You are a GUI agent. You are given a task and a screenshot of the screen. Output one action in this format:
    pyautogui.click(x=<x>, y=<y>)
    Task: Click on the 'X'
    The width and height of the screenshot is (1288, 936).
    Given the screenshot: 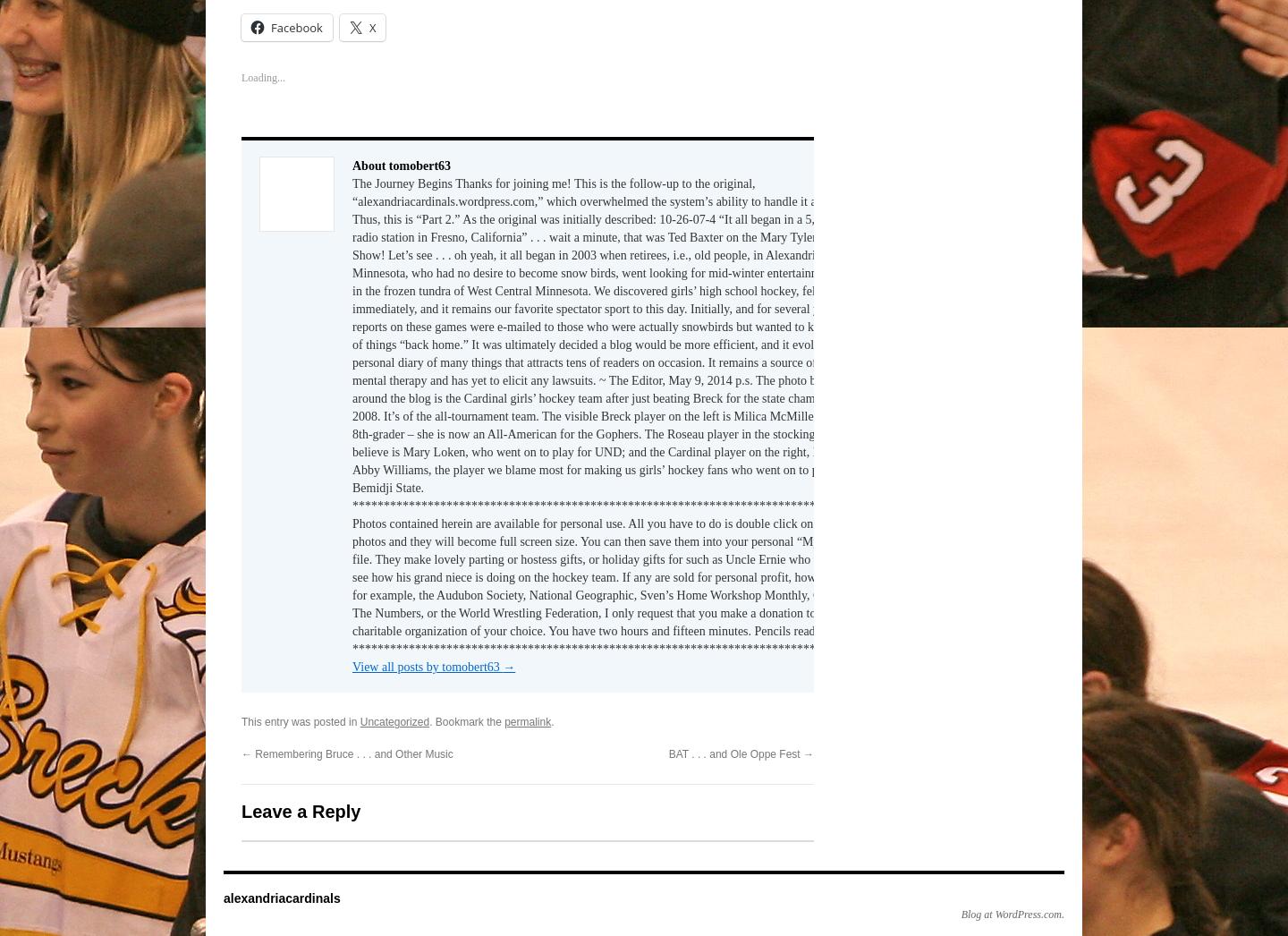 What is the action you would take?
    pyautogui.click(x=371, y=26)
    